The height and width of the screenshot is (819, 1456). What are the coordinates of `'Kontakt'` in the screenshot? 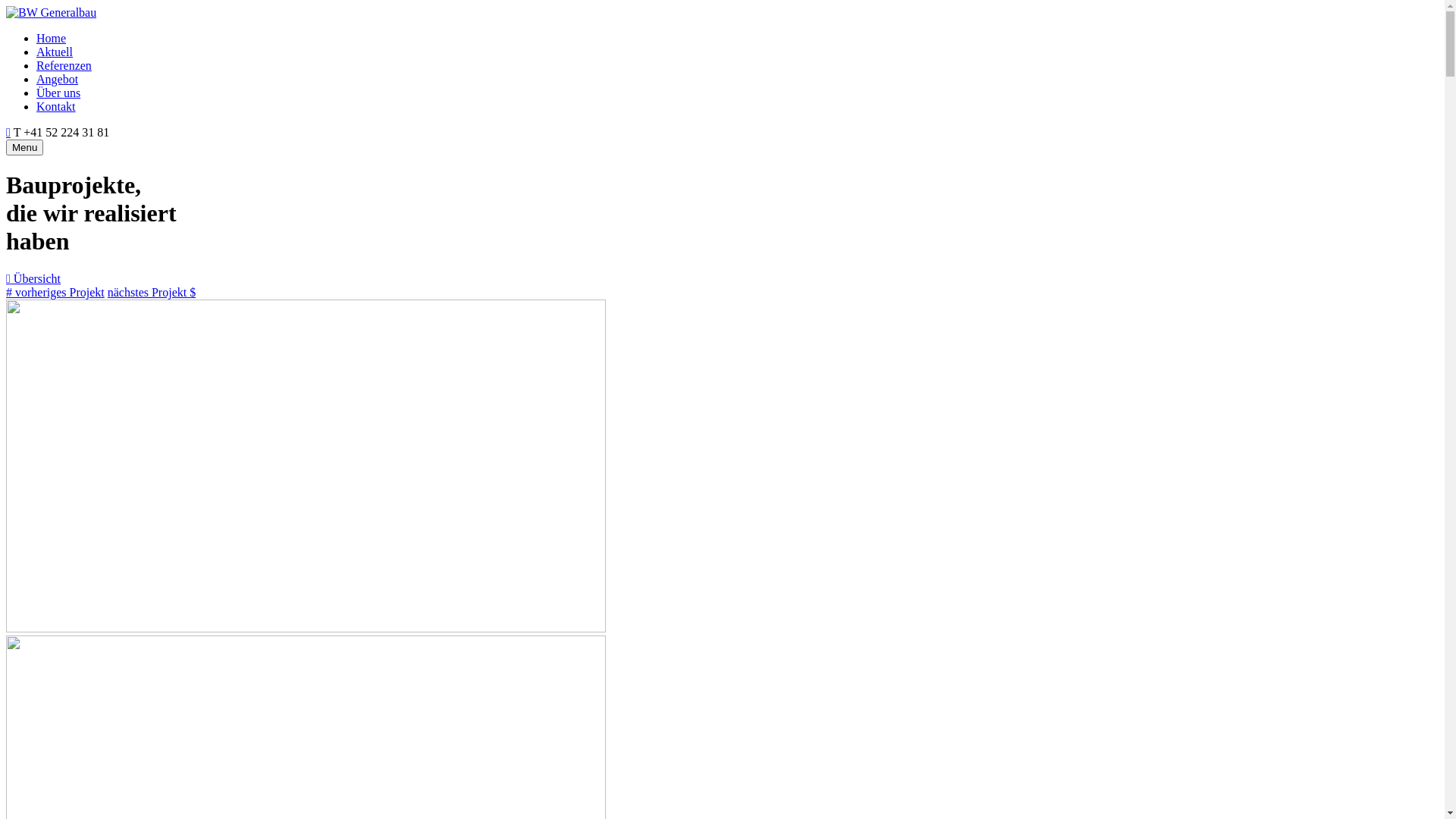 It's located at (55, 105).